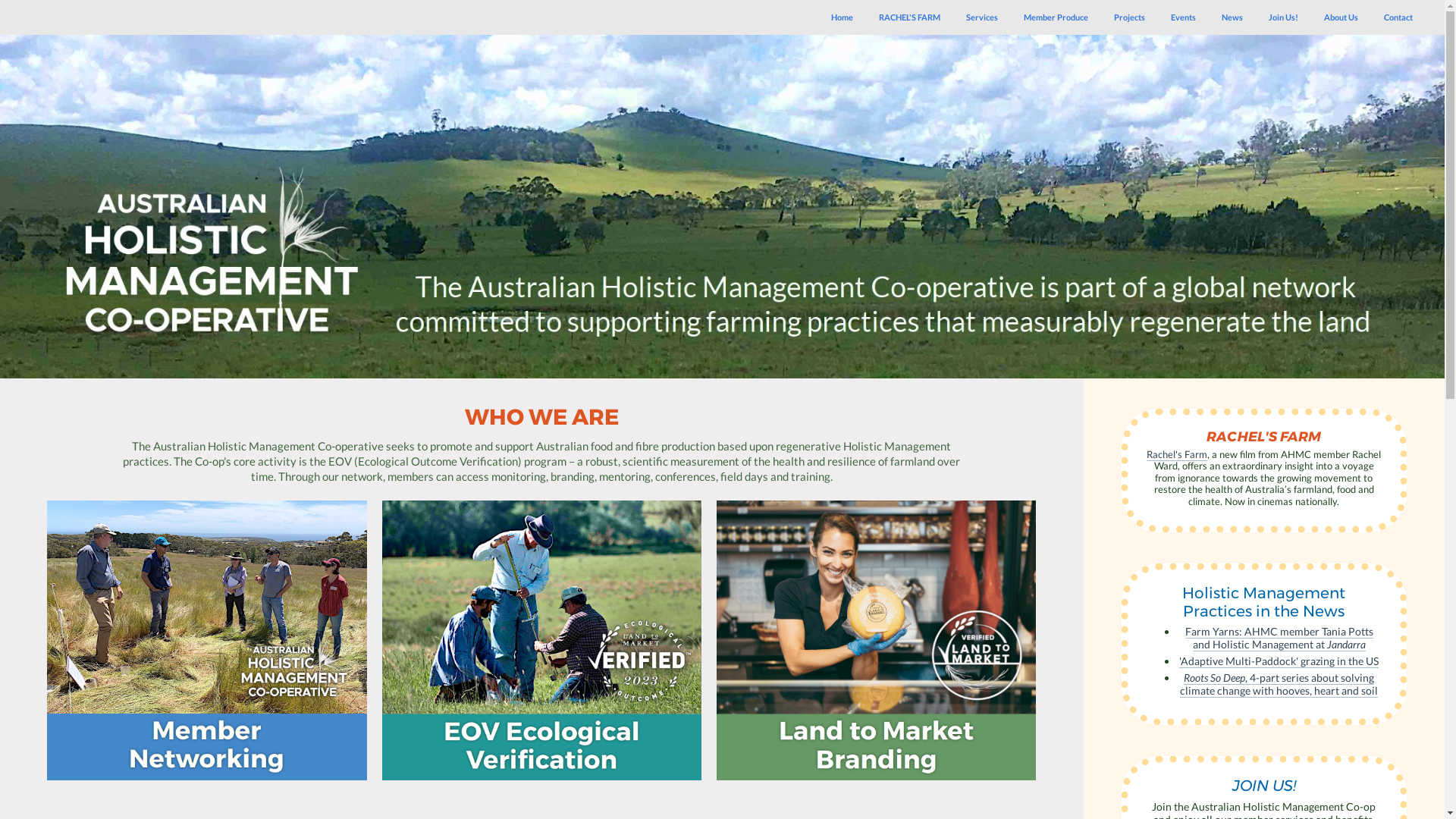 This screenshot has width=1456, height=819. Describe the element at coordinates (841, 17) in the screenshot. I see `'Home'` at that location.